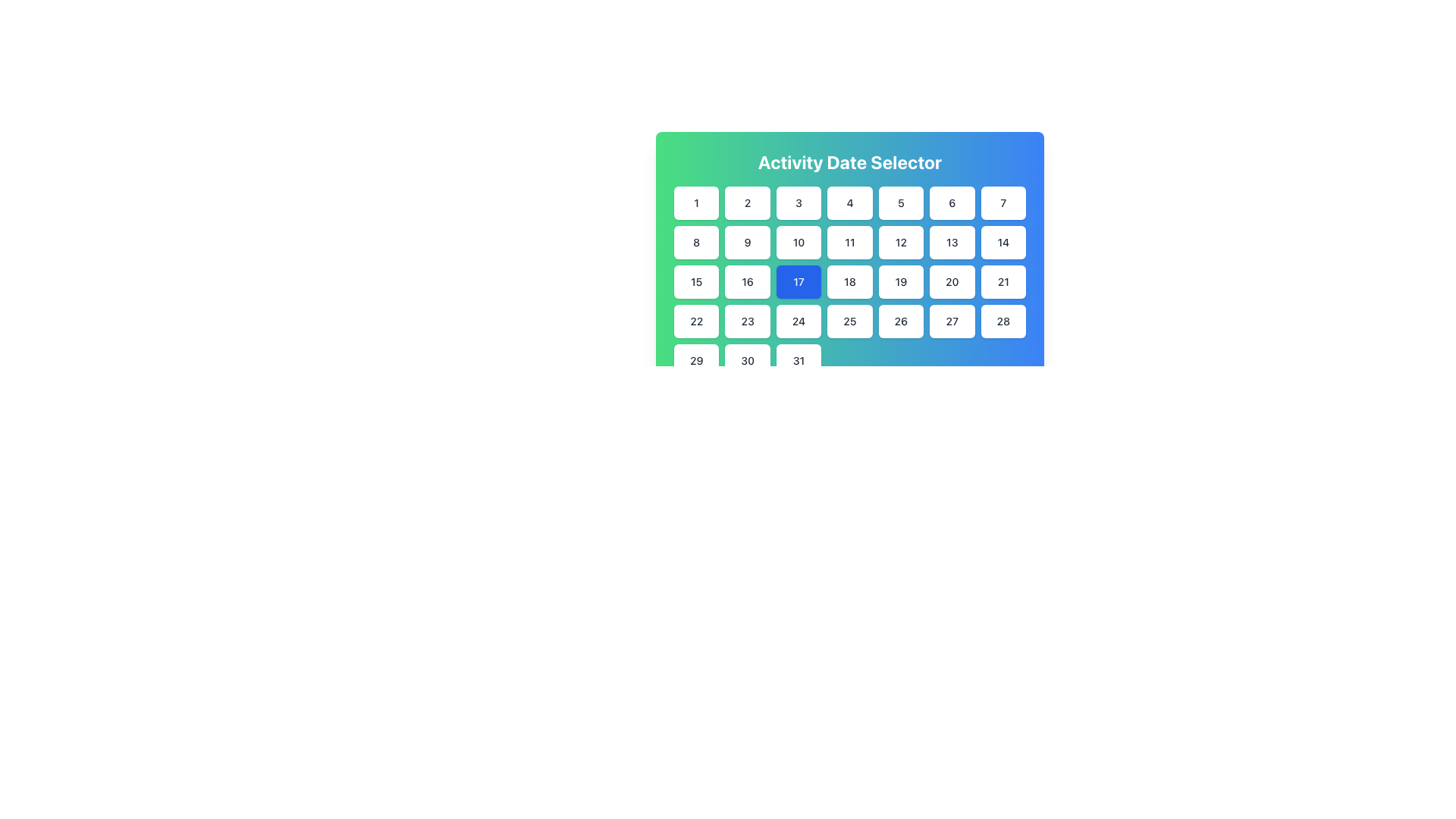  Describe the element at coordinates (695, 281) in the screenshot. I see `the button labeled '15' with a white background and gray text` at that location.